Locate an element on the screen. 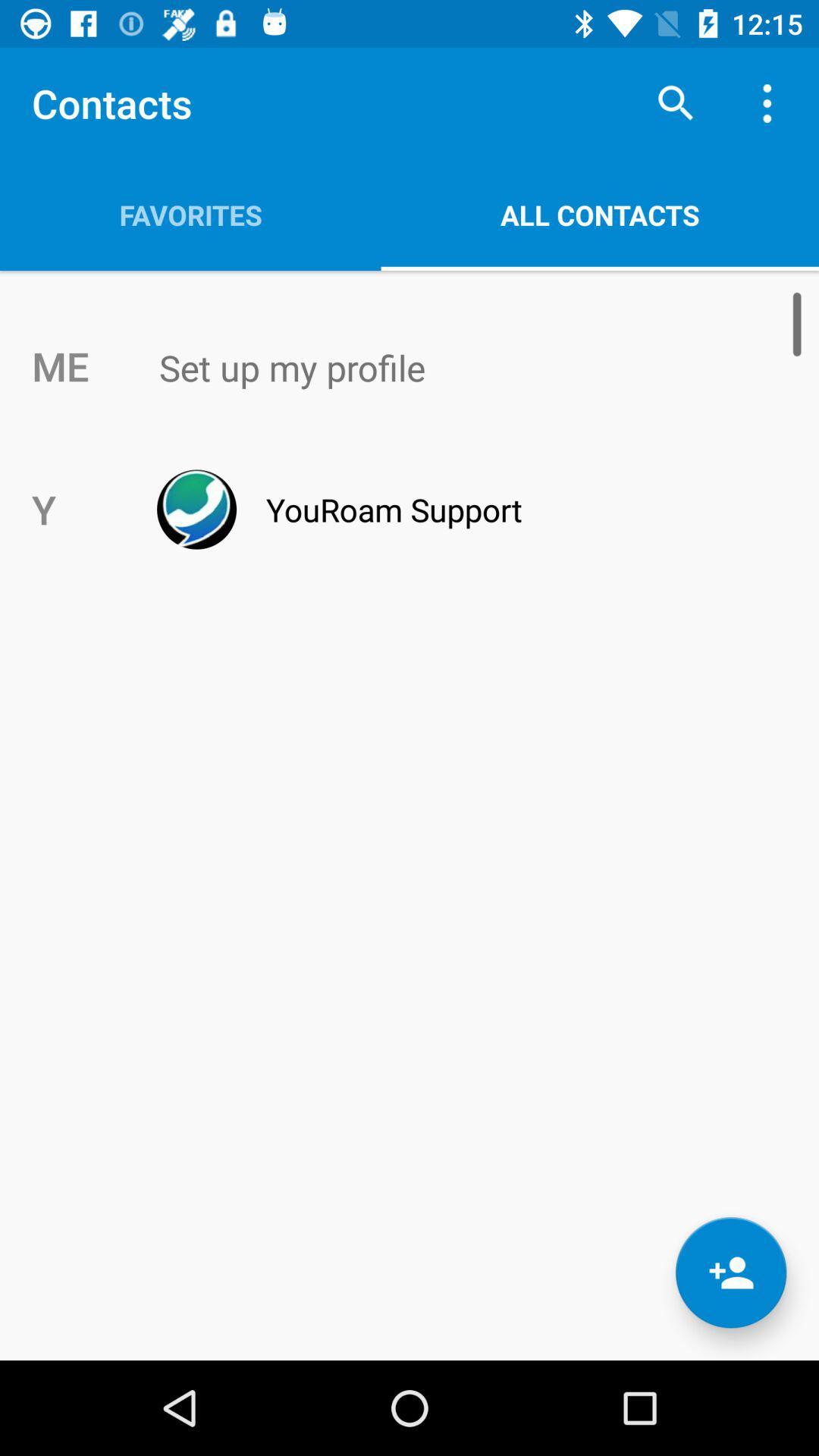 The height and width of the screenshot is (1456, 819). the icon next to me is located at coordinates (441, 368).